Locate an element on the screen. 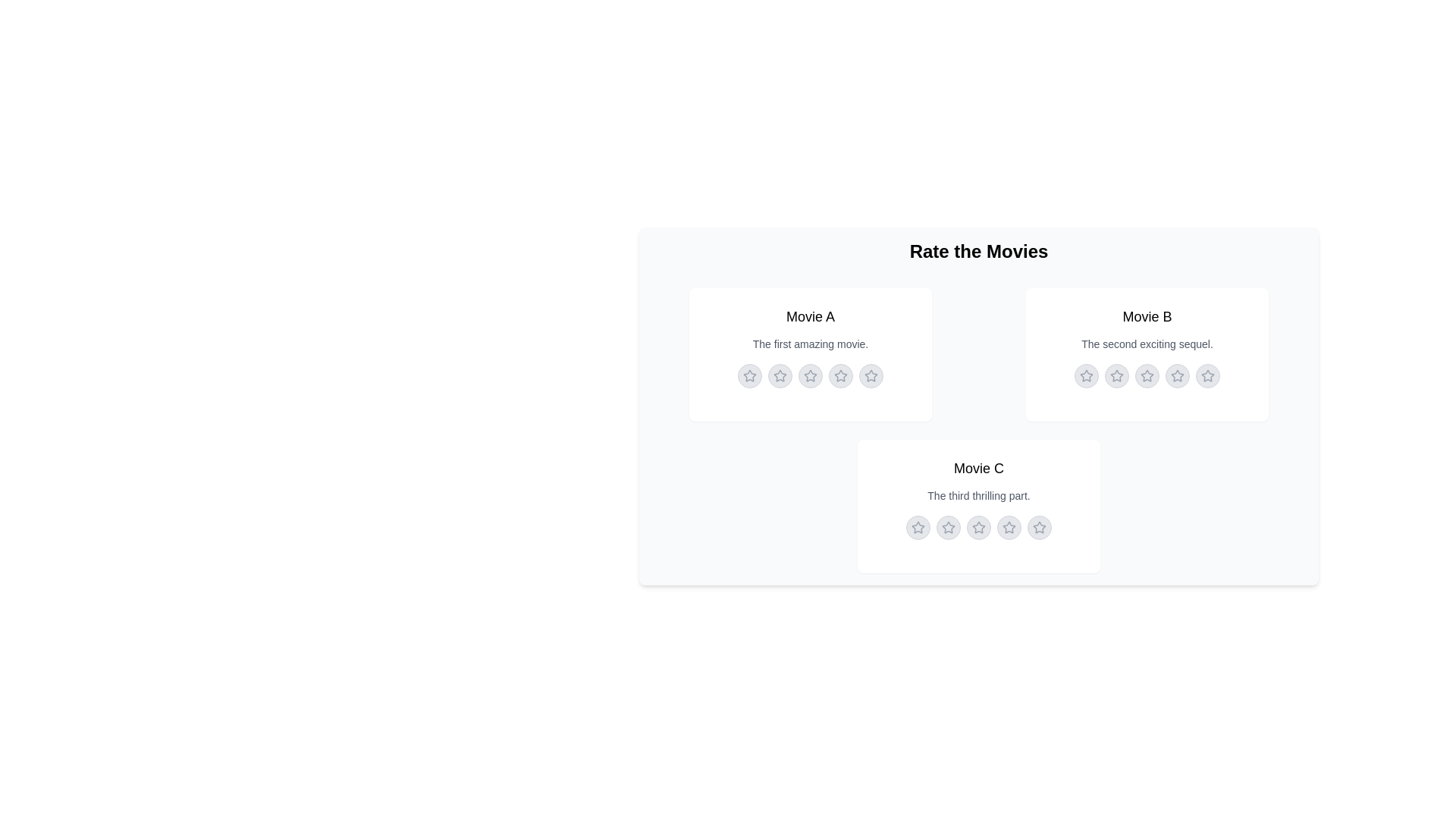  the second rating button for 'Movie A' to activate its hover state is located at coordinates (780, 375).